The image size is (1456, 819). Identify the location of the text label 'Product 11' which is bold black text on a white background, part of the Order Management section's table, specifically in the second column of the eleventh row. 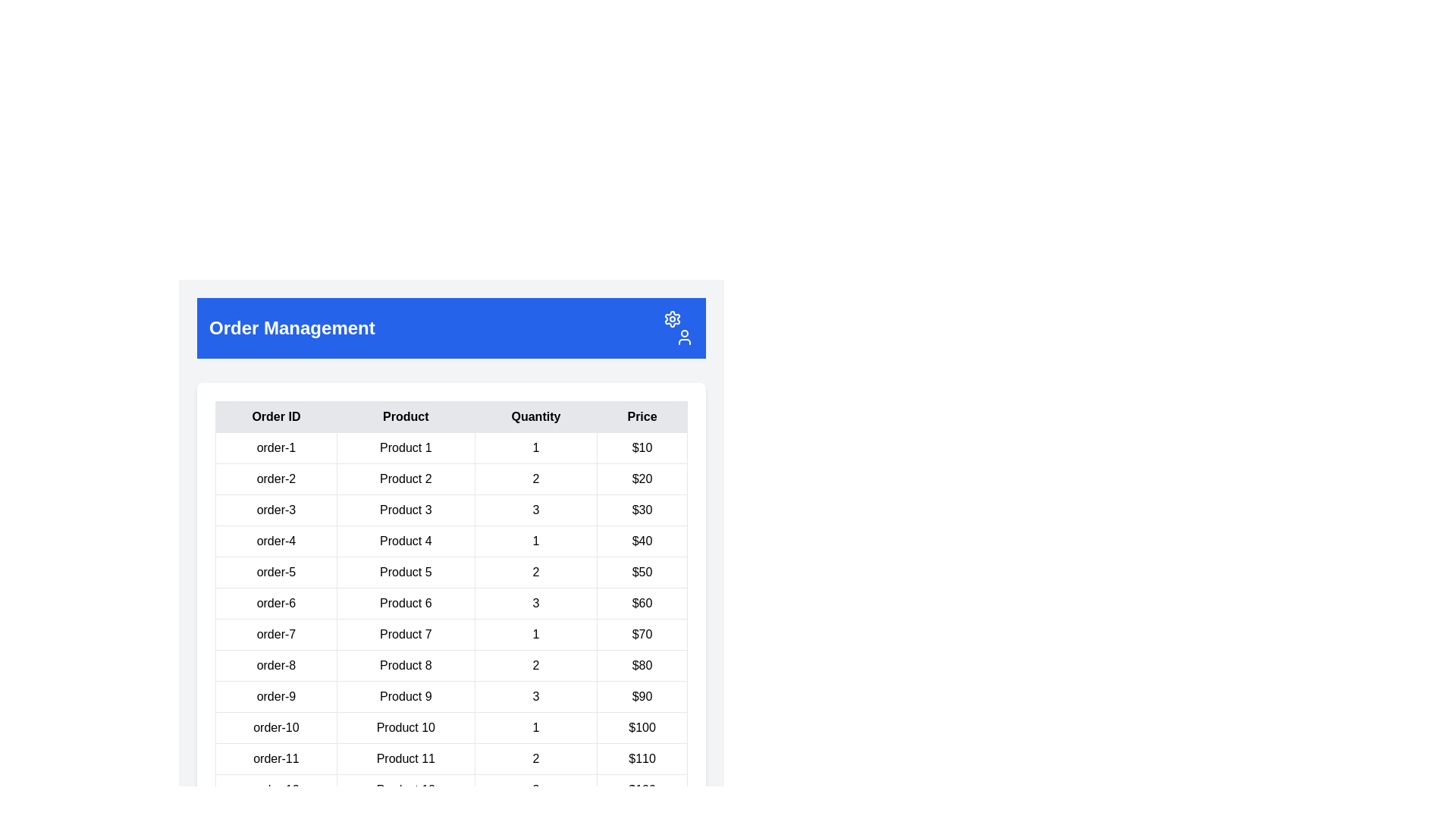
(406, 759).